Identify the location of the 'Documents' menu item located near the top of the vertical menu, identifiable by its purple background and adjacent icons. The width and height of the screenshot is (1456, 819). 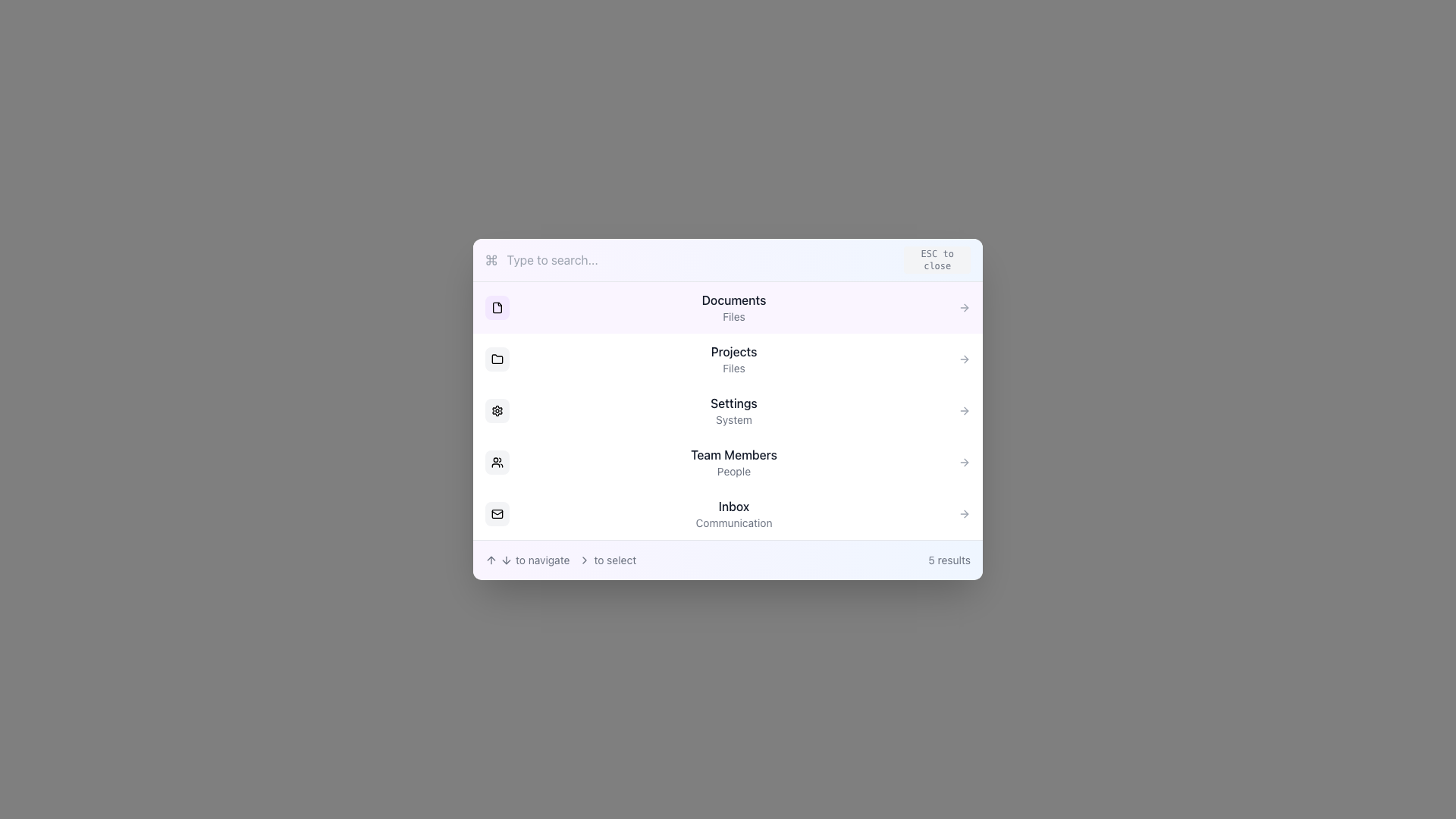
(734, 307).